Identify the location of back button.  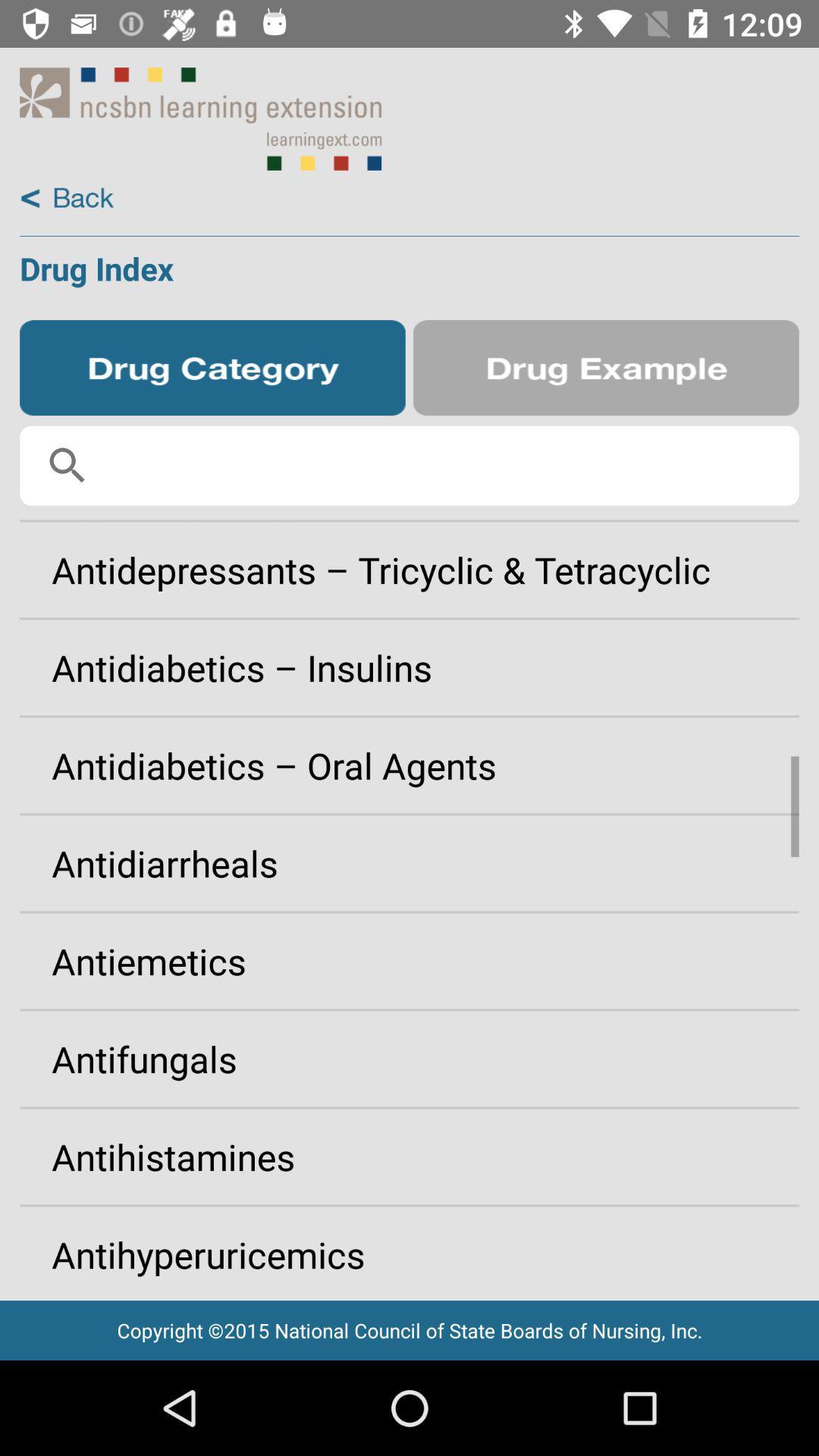
(66, 198).